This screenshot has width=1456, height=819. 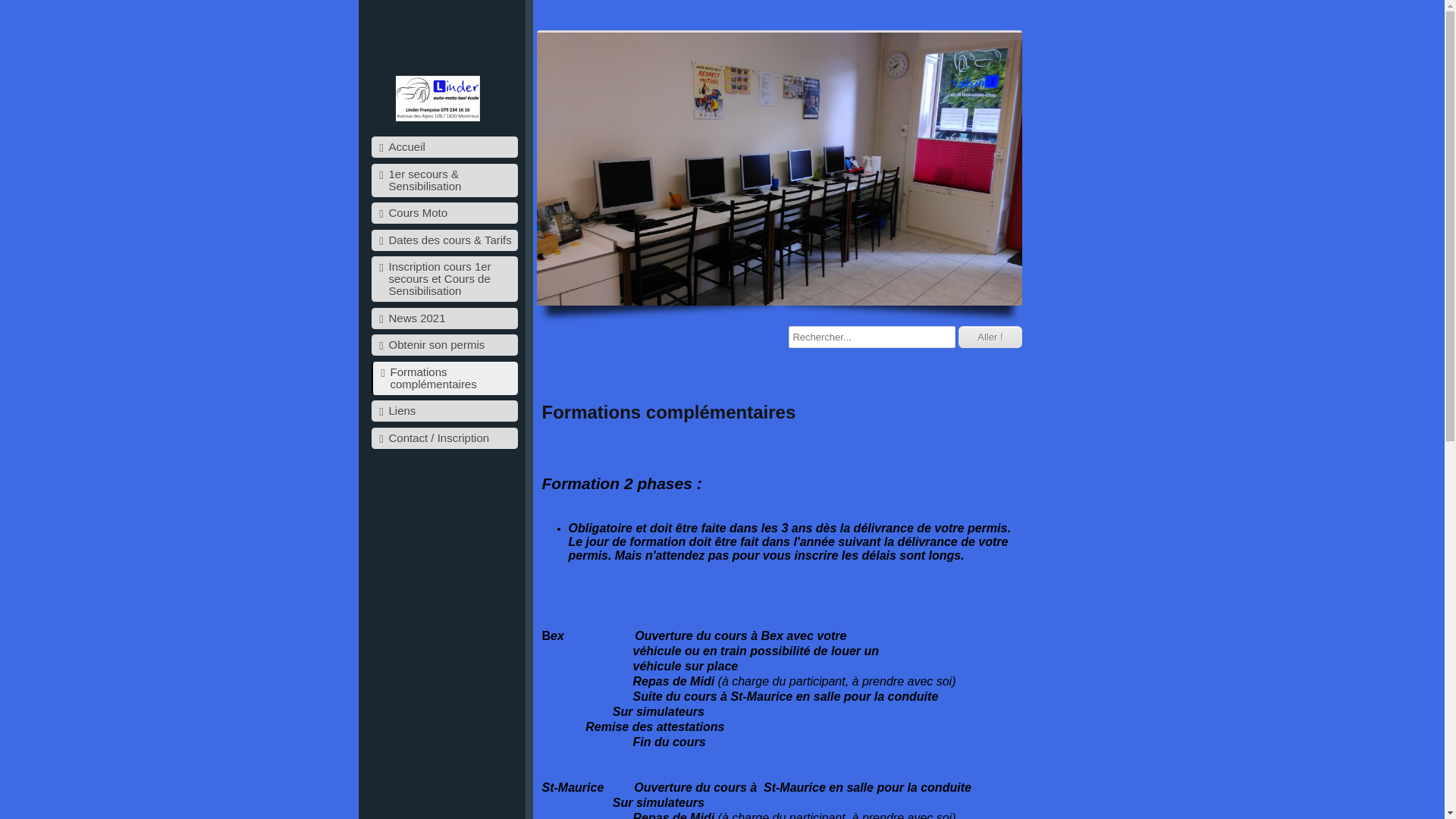 What do you see at coordinates (444, 411) in the screenshot?
I see `'Liens'` at bounding box center [444, 411].